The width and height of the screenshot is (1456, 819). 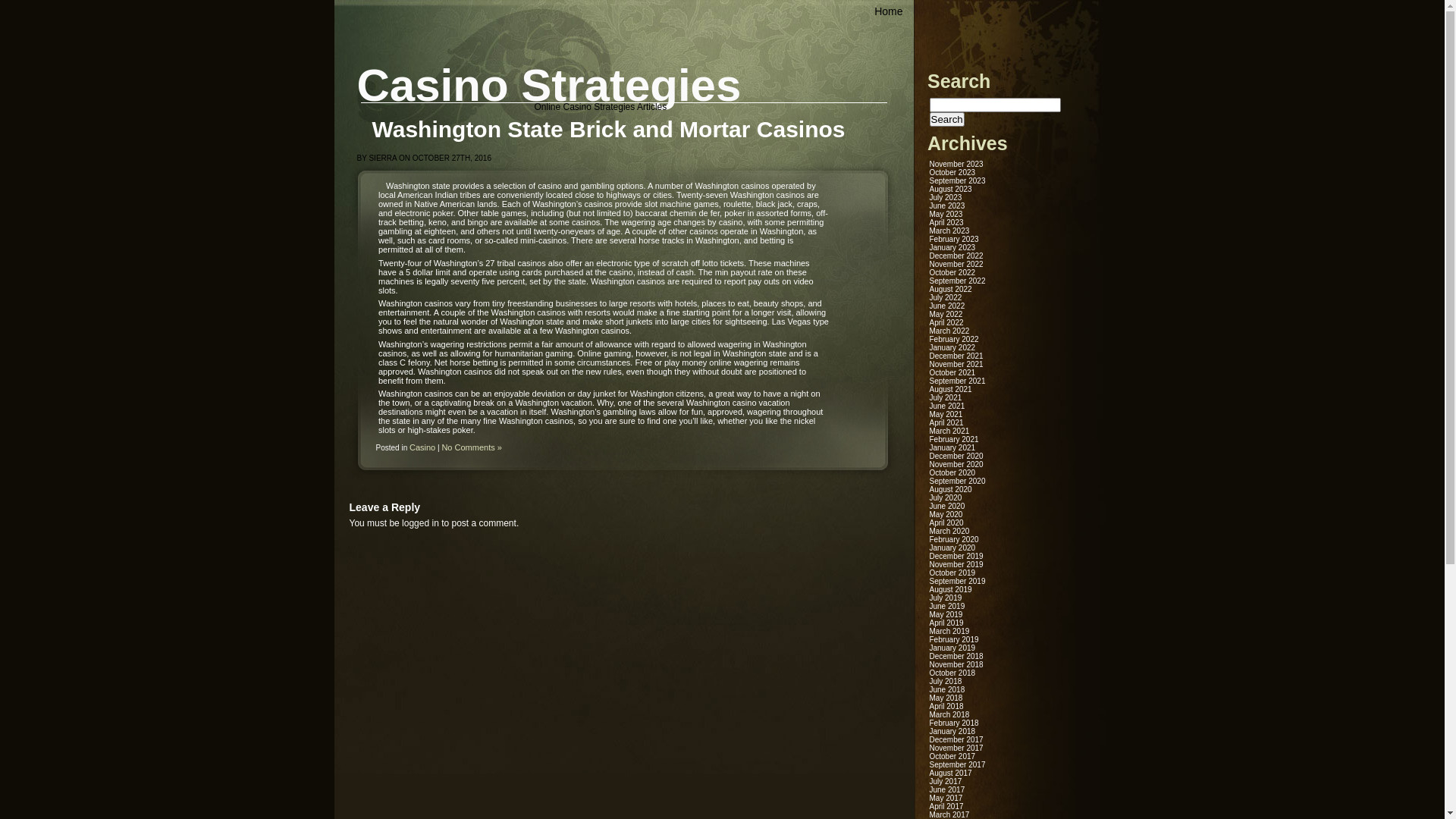 I want to click on 'March 2019', so click(x=949, y=631).